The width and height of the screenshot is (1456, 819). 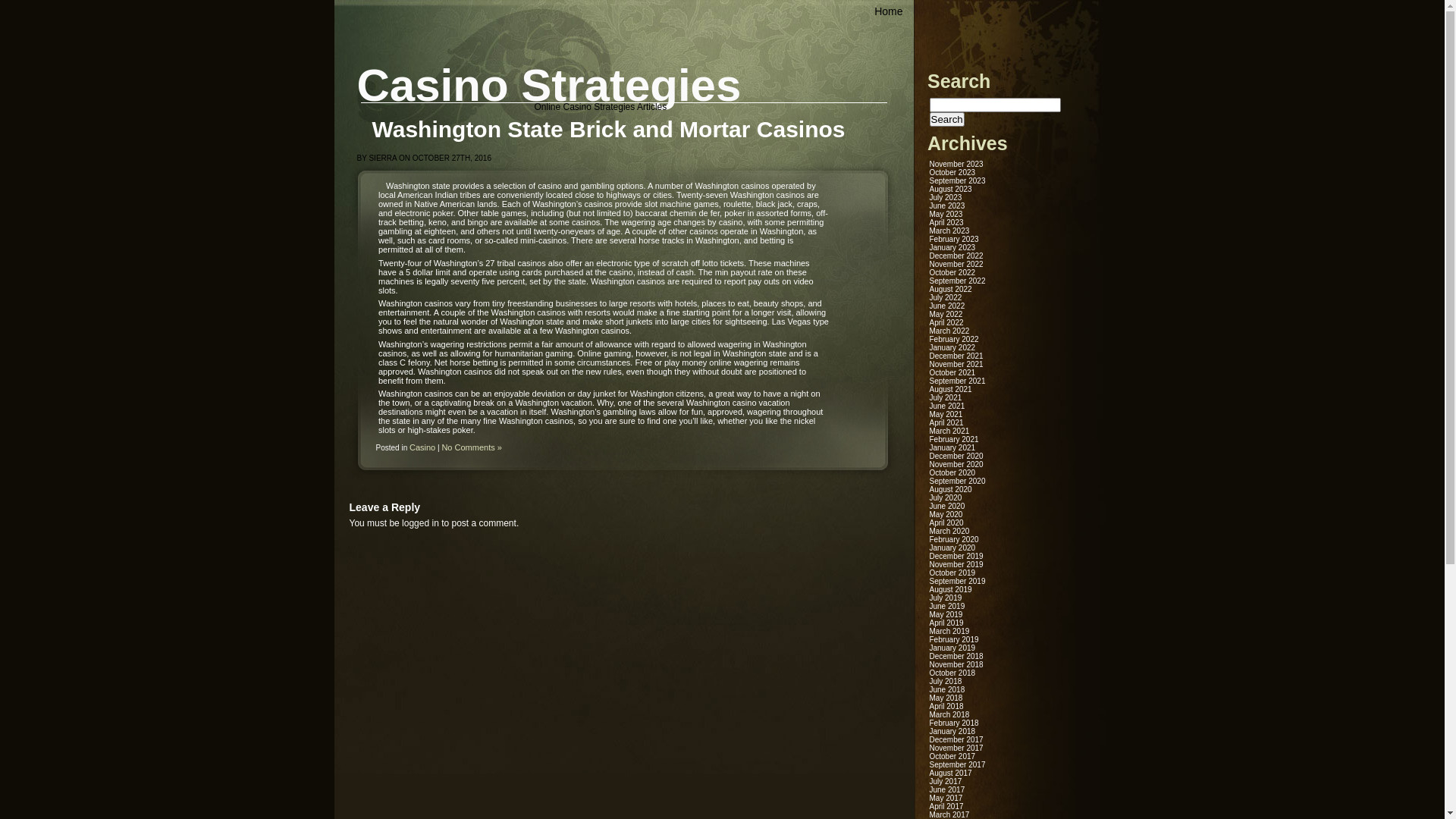 I want to click on 'March 2019', so click(x=949, y=631).